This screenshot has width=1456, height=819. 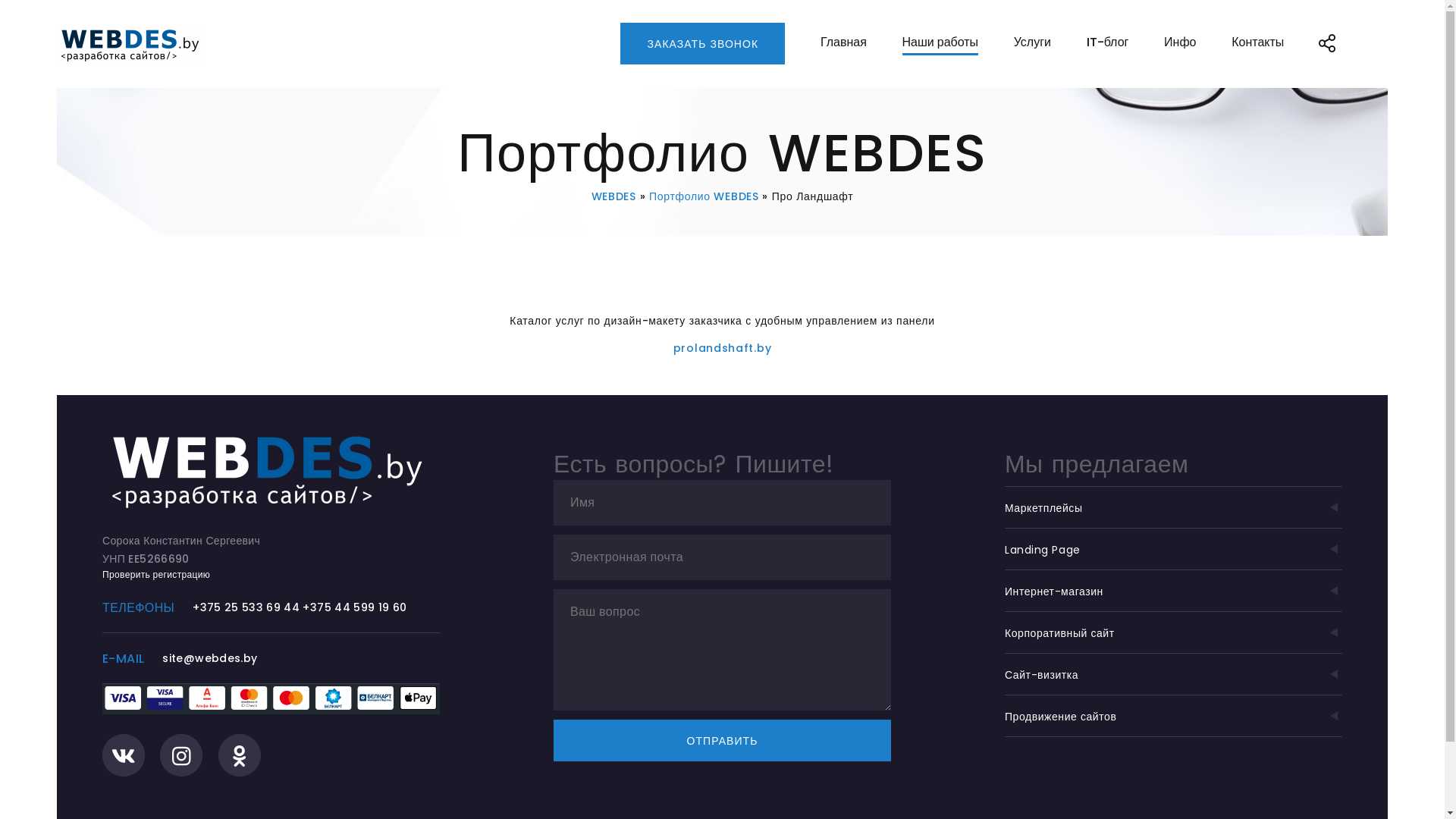 I want to click on 'WEBDES', so click(x=590, y=195).